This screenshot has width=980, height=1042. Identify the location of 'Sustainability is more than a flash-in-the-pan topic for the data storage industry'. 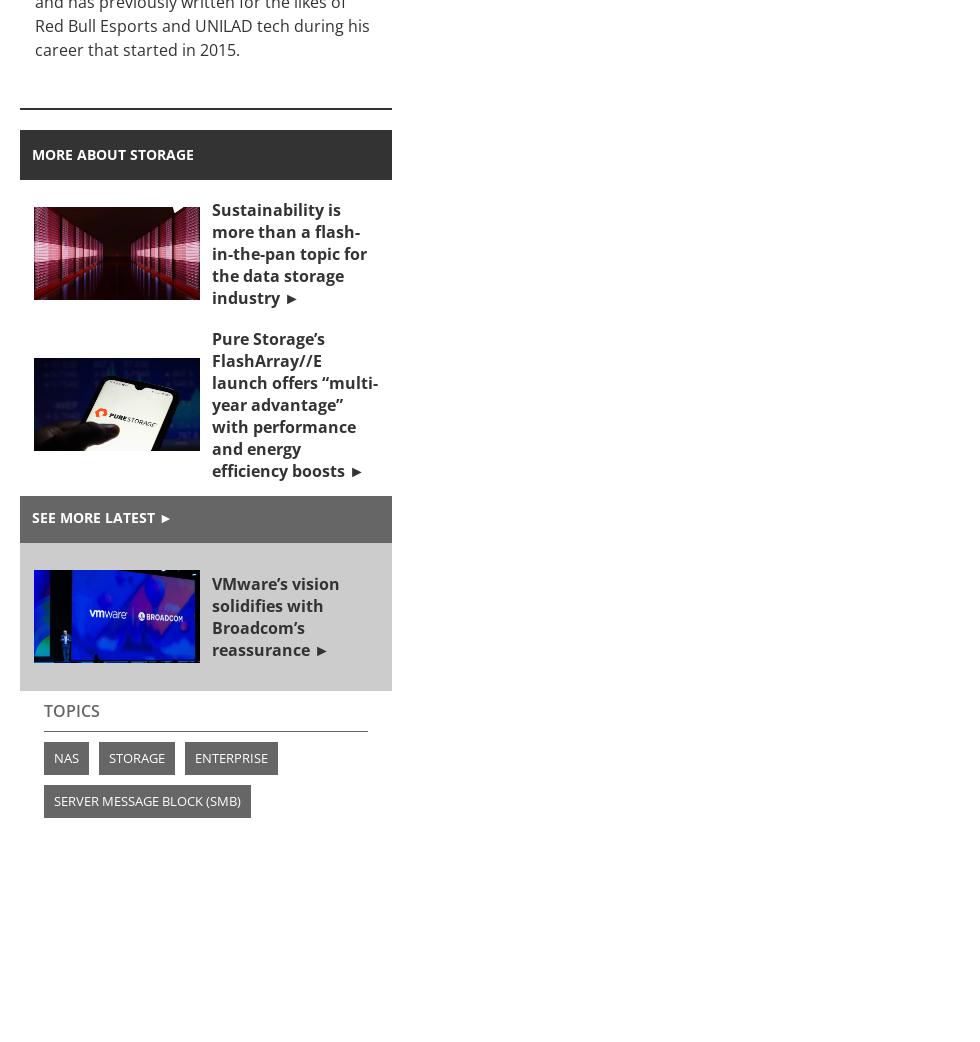
(289, 251).